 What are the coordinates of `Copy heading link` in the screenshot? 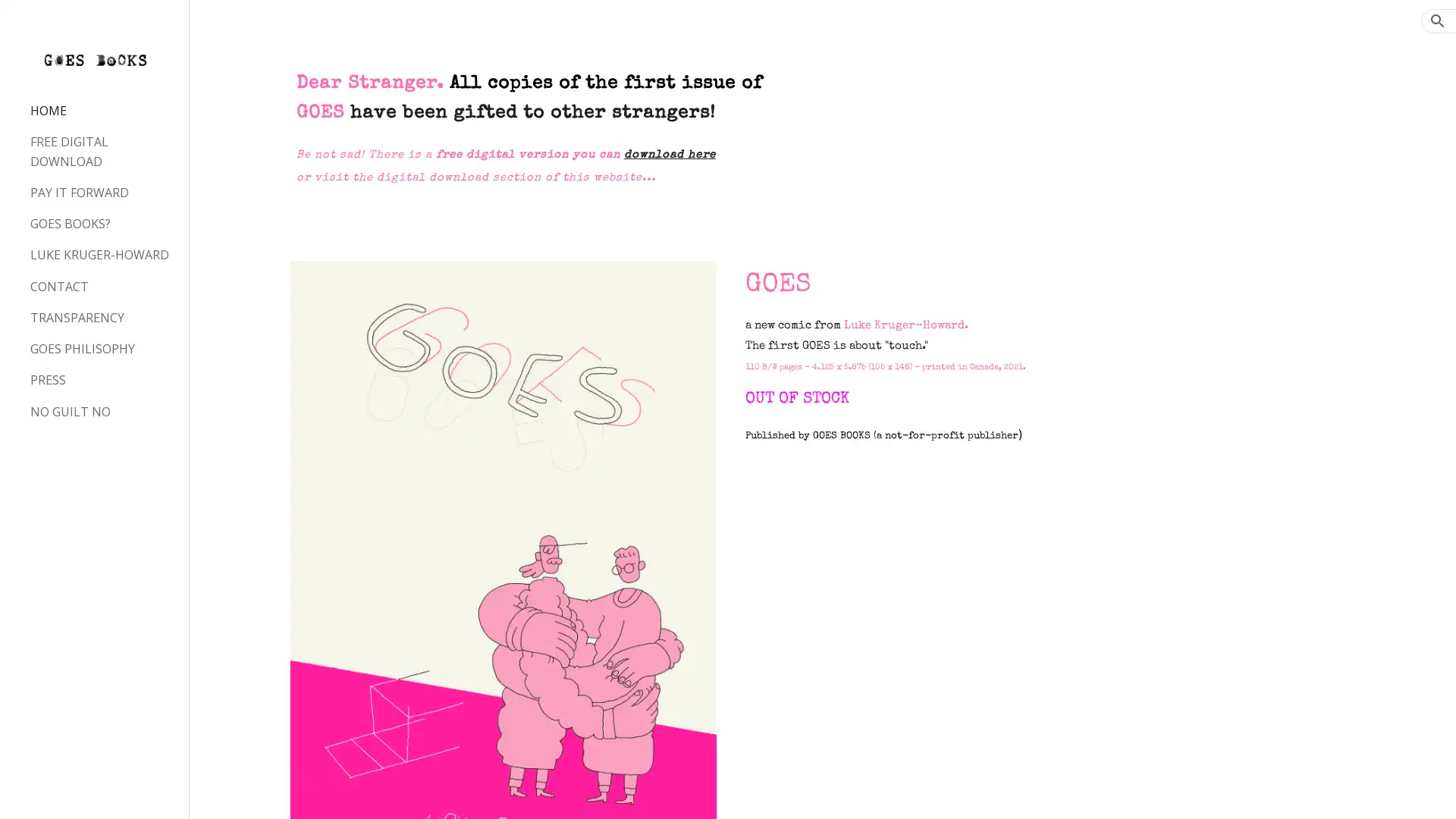 It's located at (922, 284).